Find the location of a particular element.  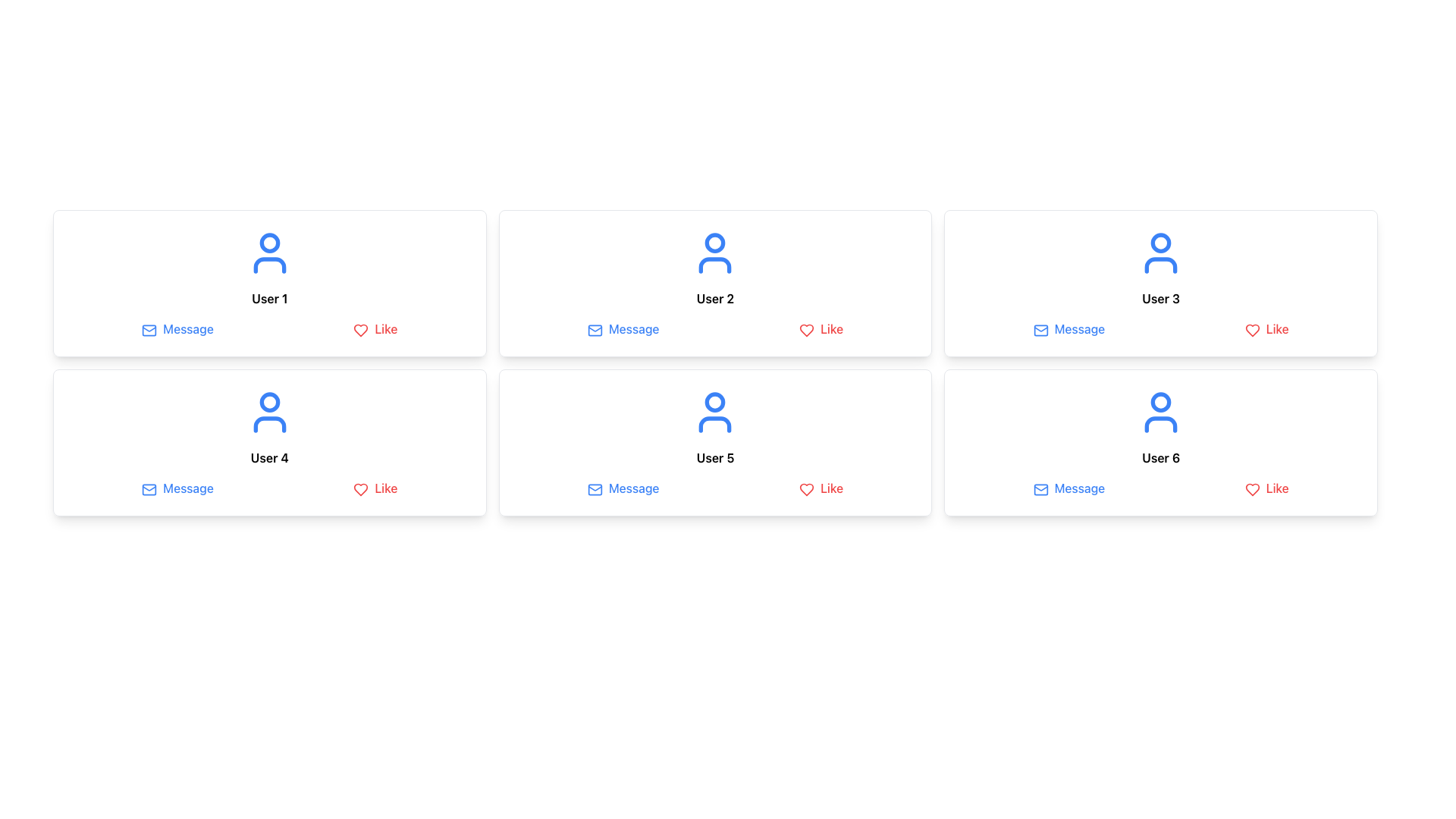

the 'Like' button located in the bottom-right corner of 'User 4's profile card to change its color is located at coordinates (375, 488).